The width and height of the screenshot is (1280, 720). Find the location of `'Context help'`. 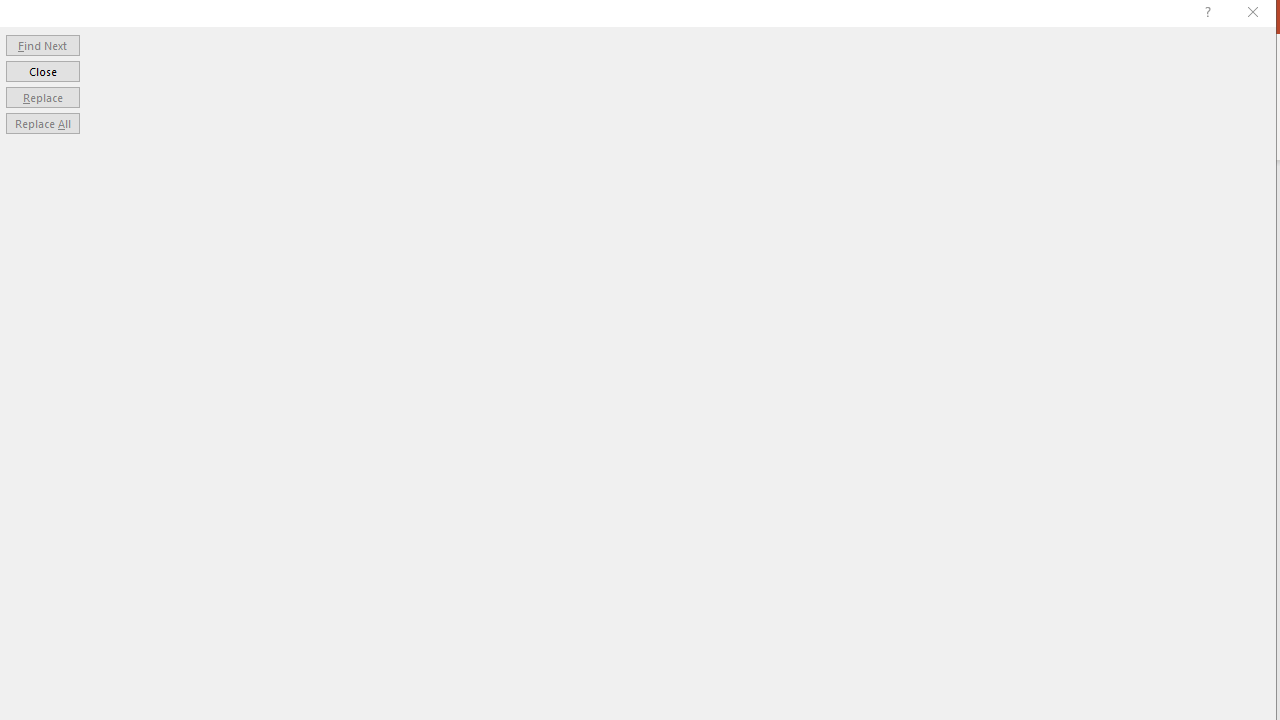

'Context help' is located at coordinates (1205, 15).